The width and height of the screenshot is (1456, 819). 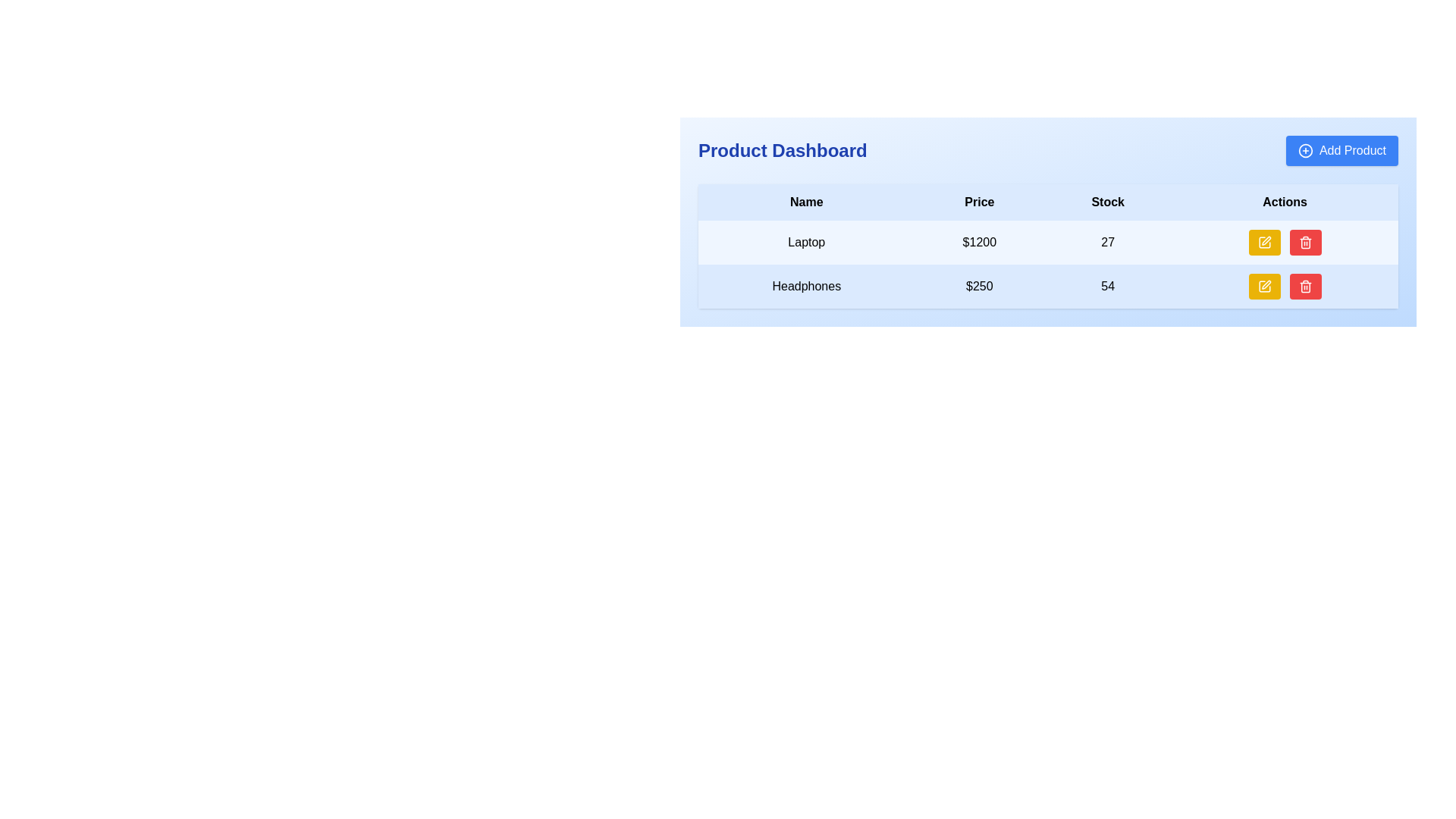 I want to click on the yellow button with a pen icon located in the 'Actions' column of the first row, so click(x=1264, y=242).